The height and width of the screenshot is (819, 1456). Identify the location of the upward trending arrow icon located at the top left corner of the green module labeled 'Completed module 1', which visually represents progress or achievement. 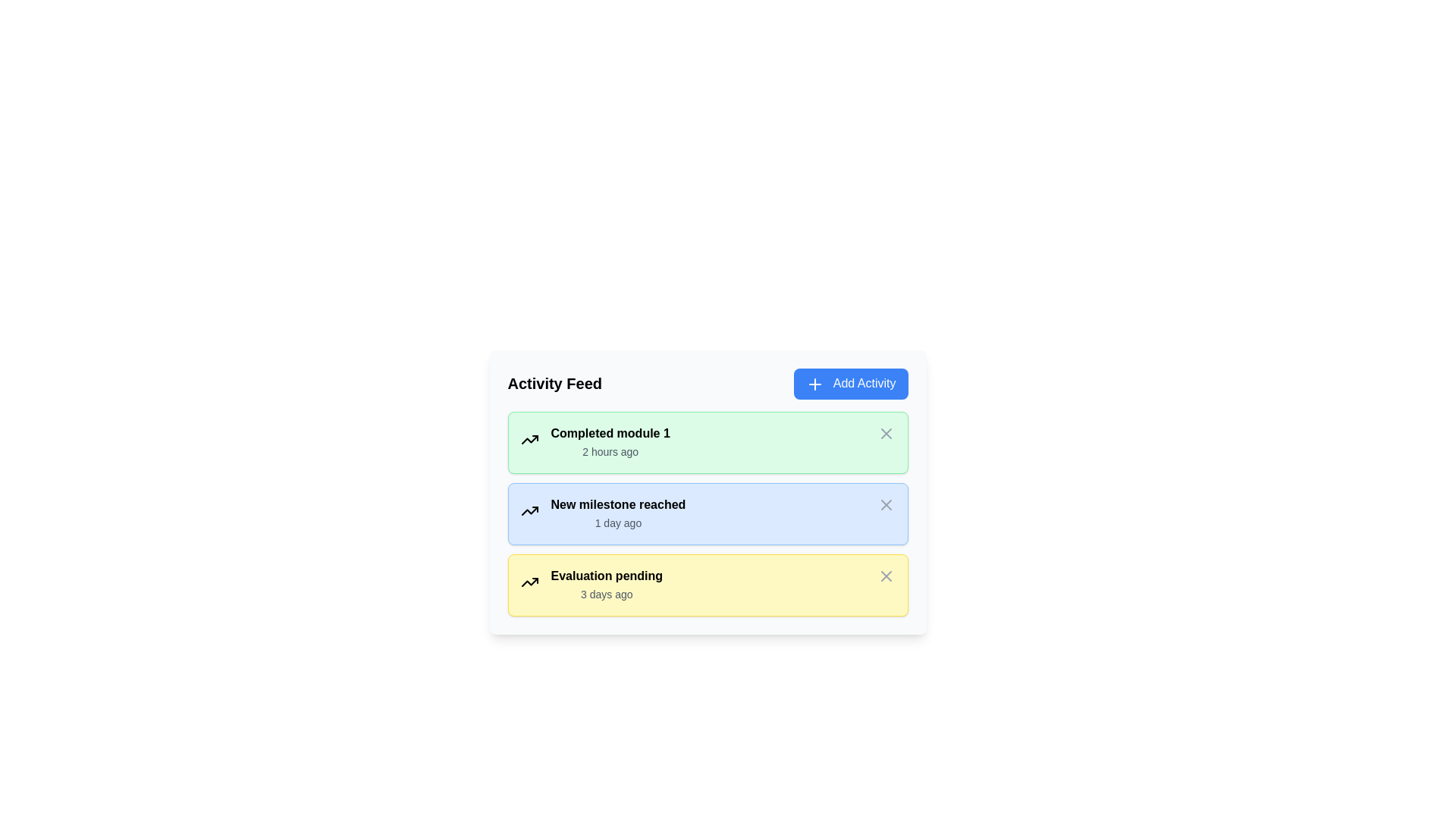
(529, 439).